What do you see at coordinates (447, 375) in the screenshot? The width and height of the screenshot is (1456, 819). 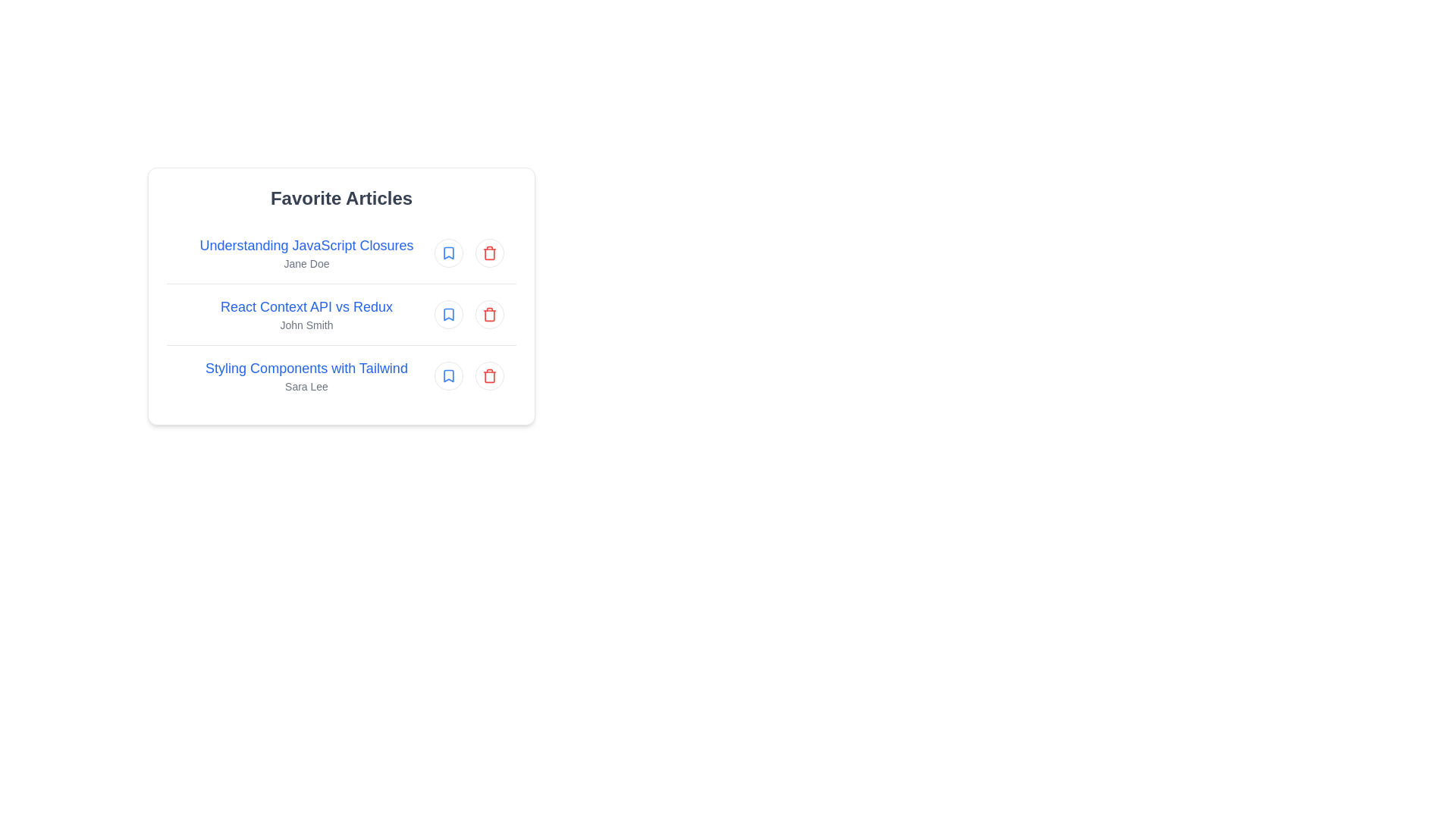 I see `the Bookmark icon for the article titled 'Styling Components with Tailwind'` at bounding box center [447, 375].